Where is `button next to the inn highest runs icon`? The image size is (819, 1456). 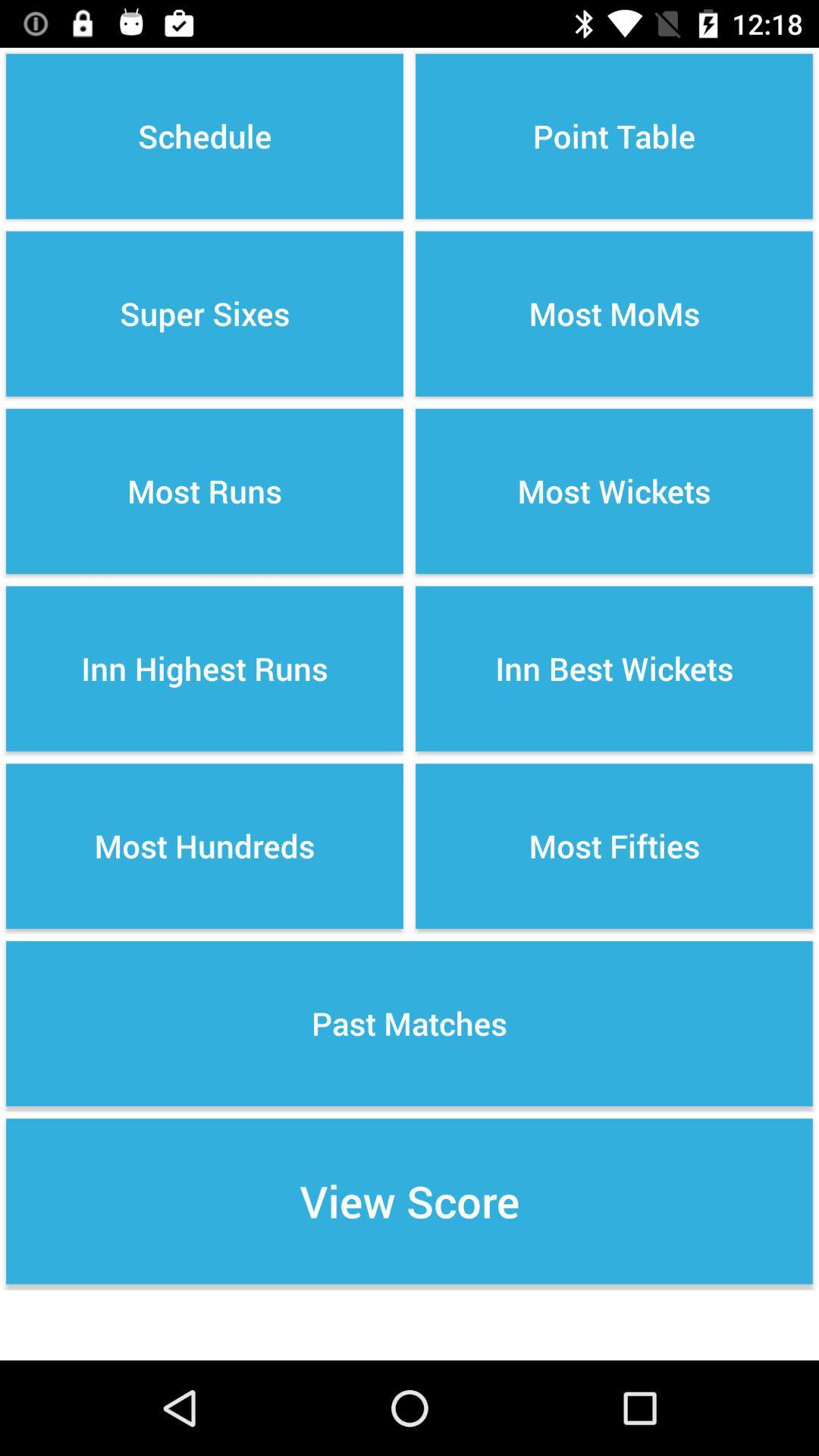 button next to the inn highest runs icon is located at coordinates (614, 846).